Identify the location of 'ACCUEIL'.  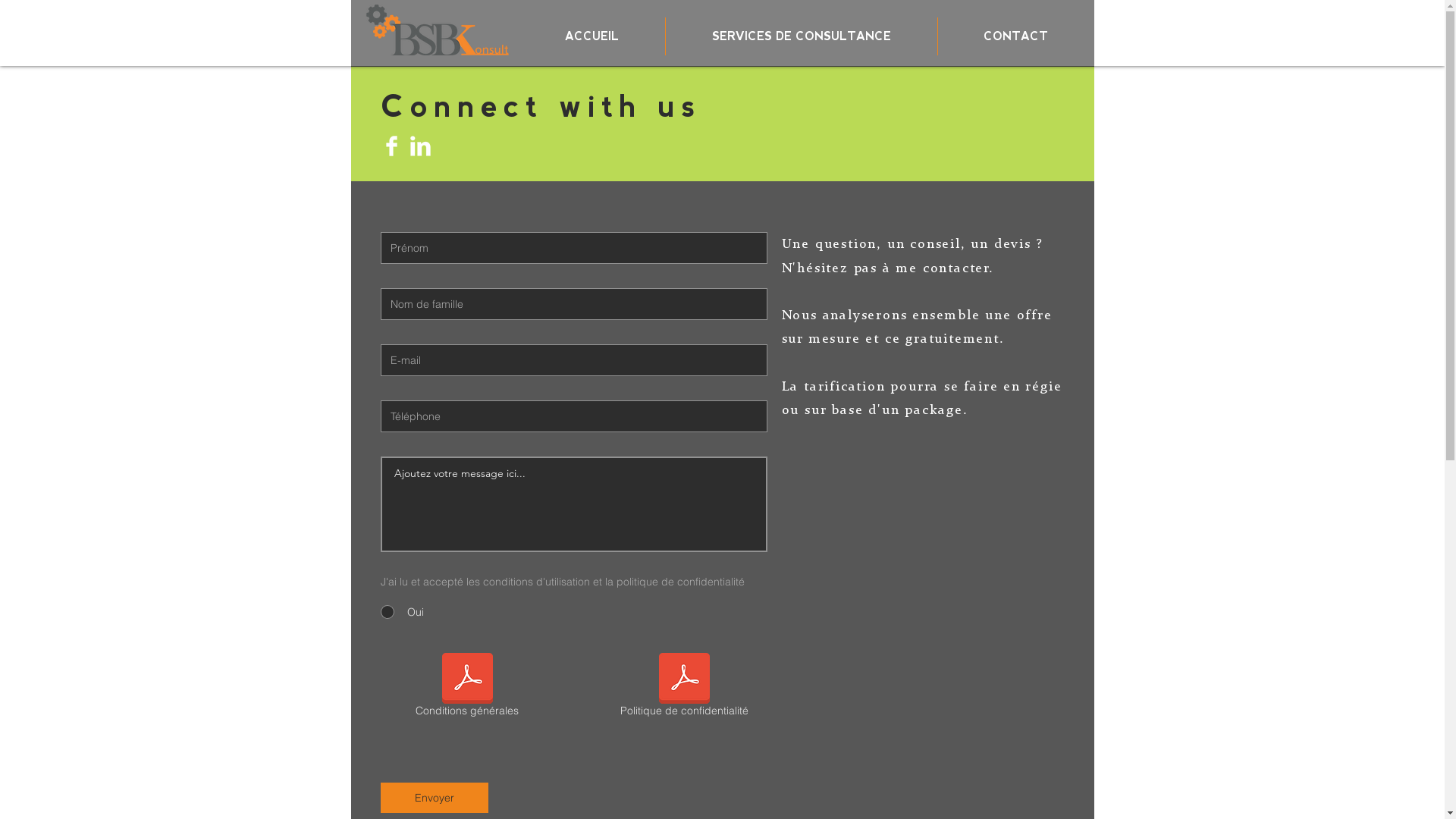
(591, 35).